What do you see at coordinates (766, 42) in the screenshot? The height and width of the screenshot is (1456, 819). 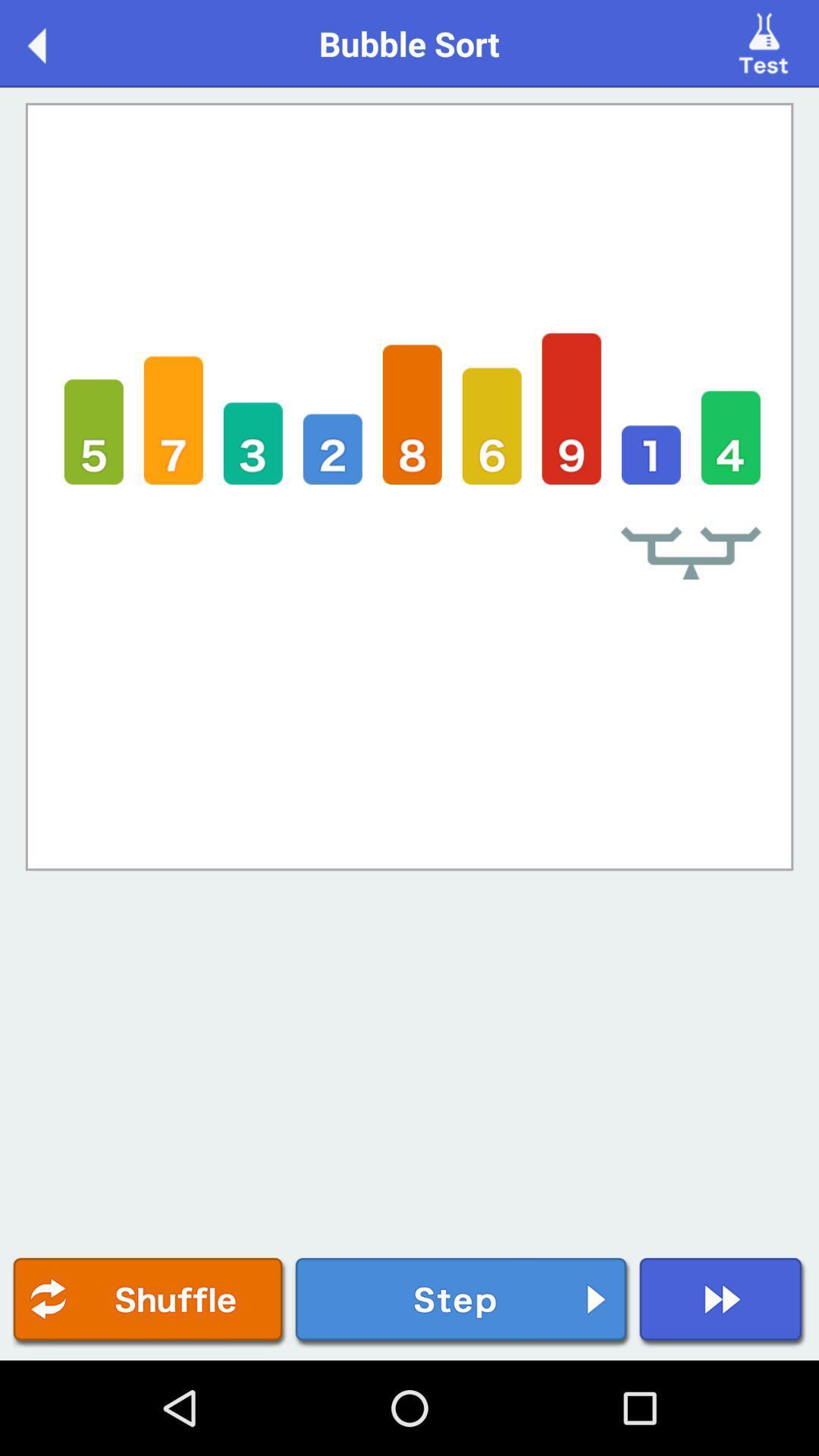 I see `the icon next to the bubble sort item` at bounding box center [766, 42].